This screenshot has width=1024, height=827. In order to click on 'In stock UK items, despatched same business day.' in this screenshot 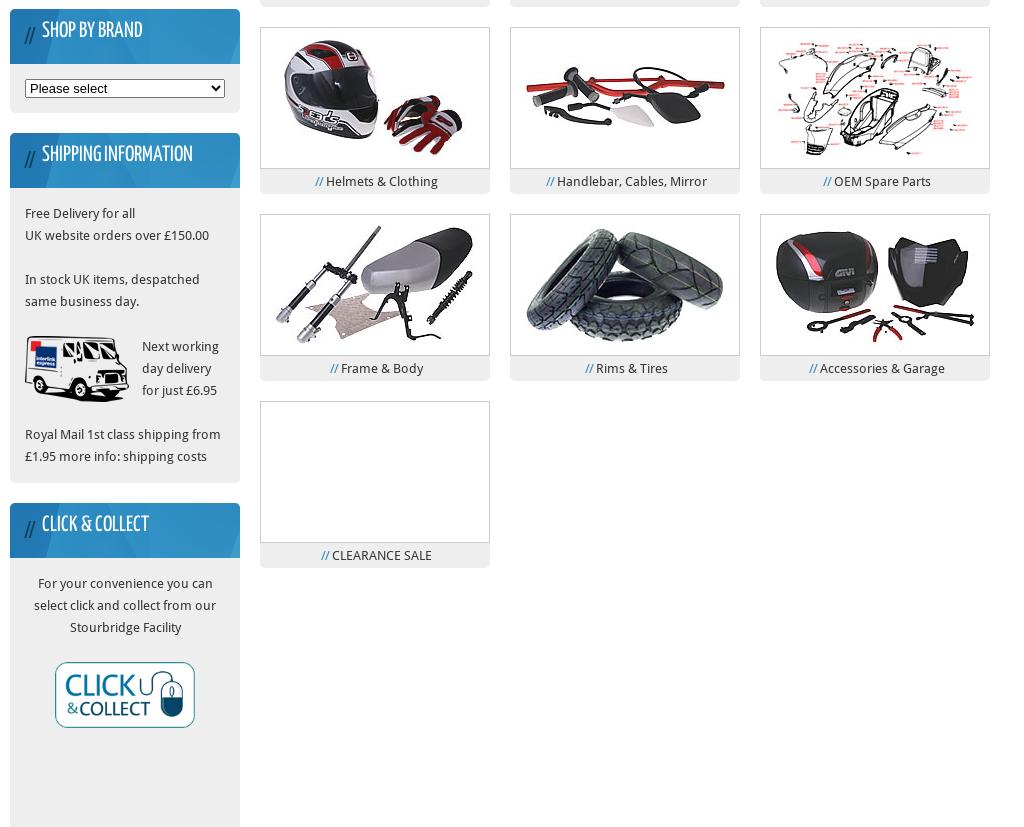, I will do `click(24, 289)`.